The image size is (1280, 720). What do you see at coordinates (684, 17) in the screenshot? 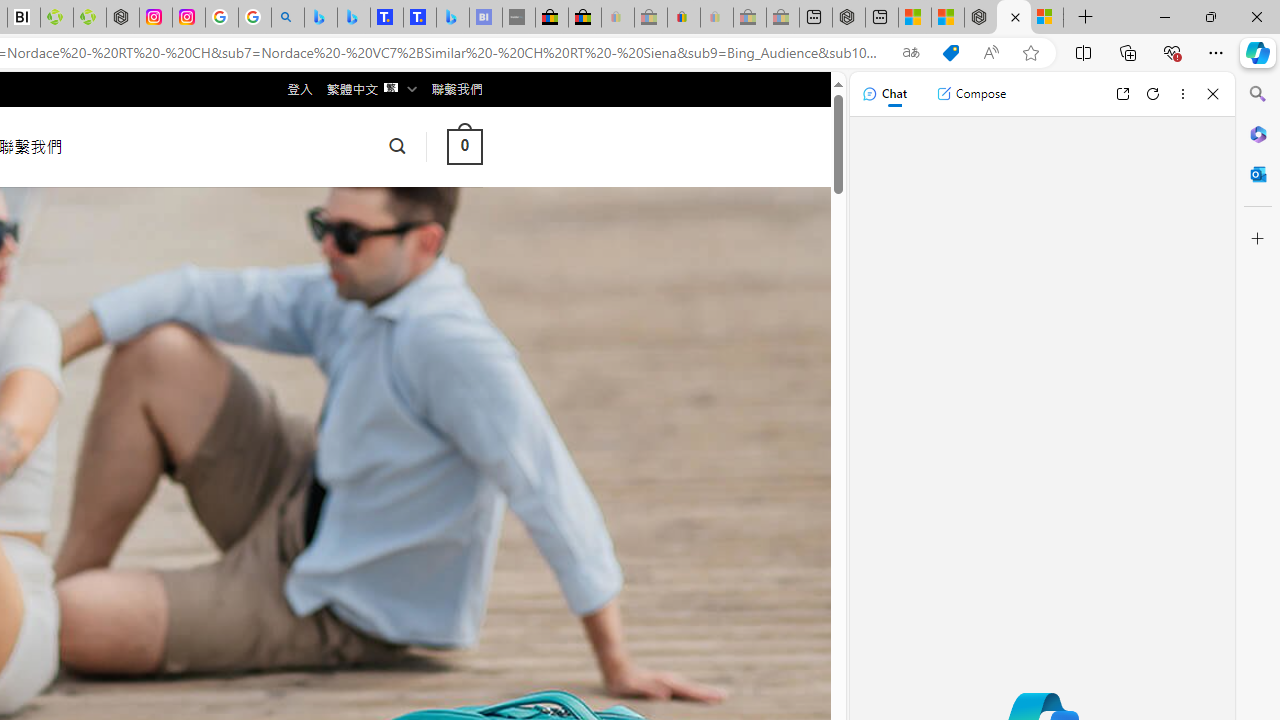
I see `'Threats and offensive language policy | eBay'` at bounding box center [684, 17].